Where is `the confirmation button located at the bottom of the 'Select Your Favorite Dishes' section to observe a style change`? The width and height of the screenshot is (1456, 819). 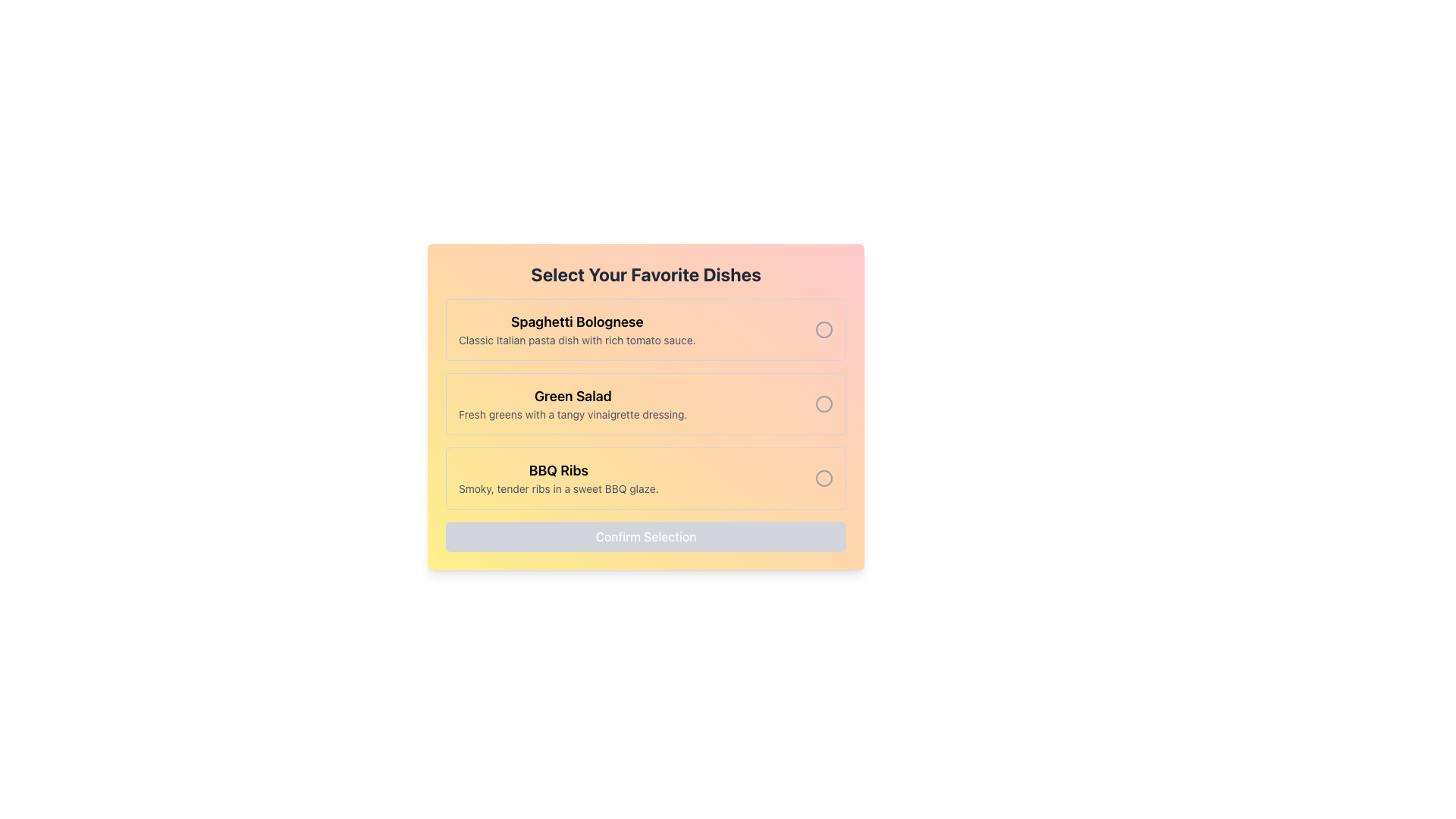
the confirmation button located at the bottom of the 'Select Your Favorite Dishes' section to observe a style change is located at coordinates (645, 536).